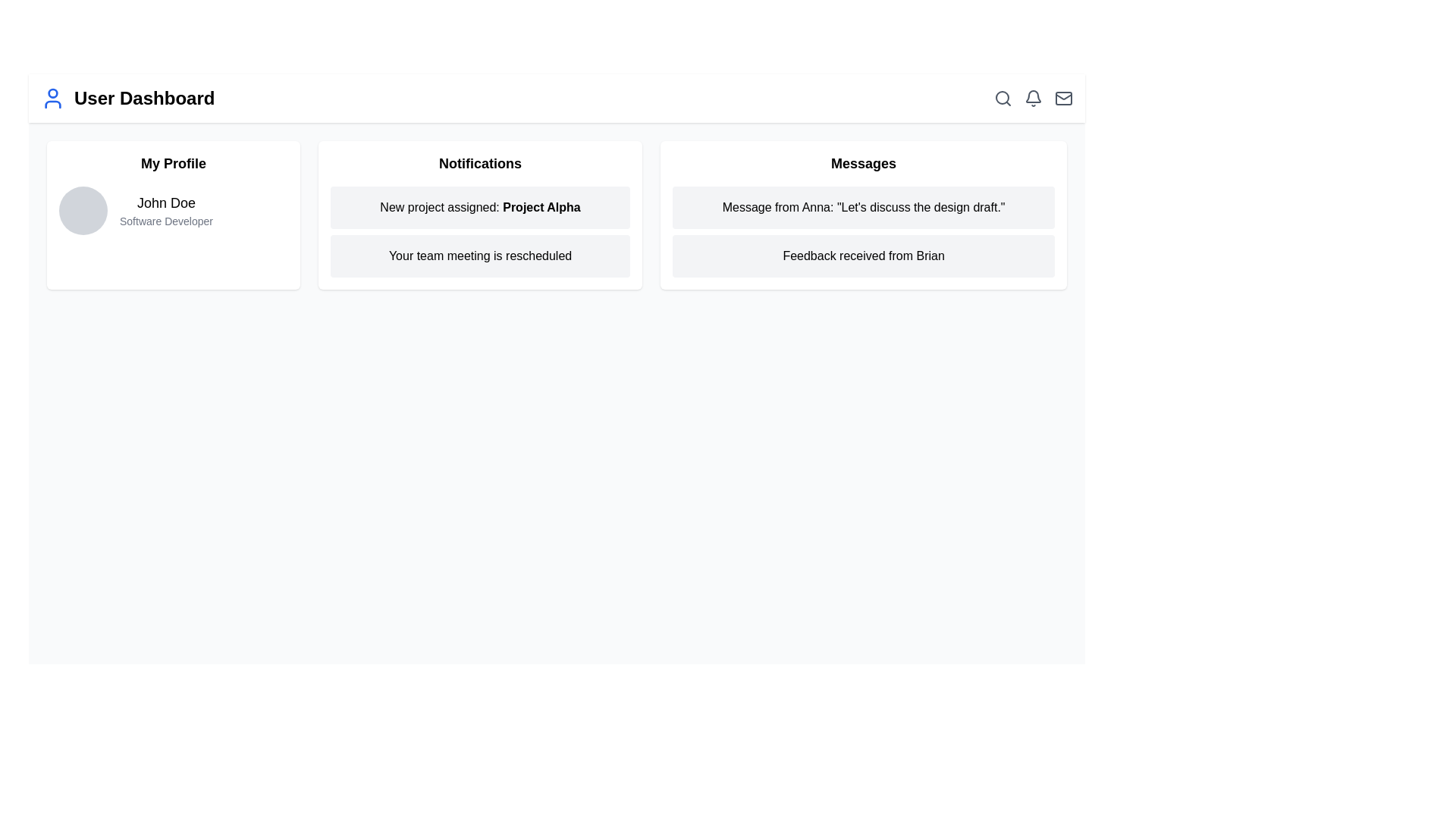  Describe the element at coordinates (173, 215) in the screenshot. I see `information displayed on the Informational card located in the top-left corner of the main content area, which provides an overview of the user's profile information including their name and role` at that location.